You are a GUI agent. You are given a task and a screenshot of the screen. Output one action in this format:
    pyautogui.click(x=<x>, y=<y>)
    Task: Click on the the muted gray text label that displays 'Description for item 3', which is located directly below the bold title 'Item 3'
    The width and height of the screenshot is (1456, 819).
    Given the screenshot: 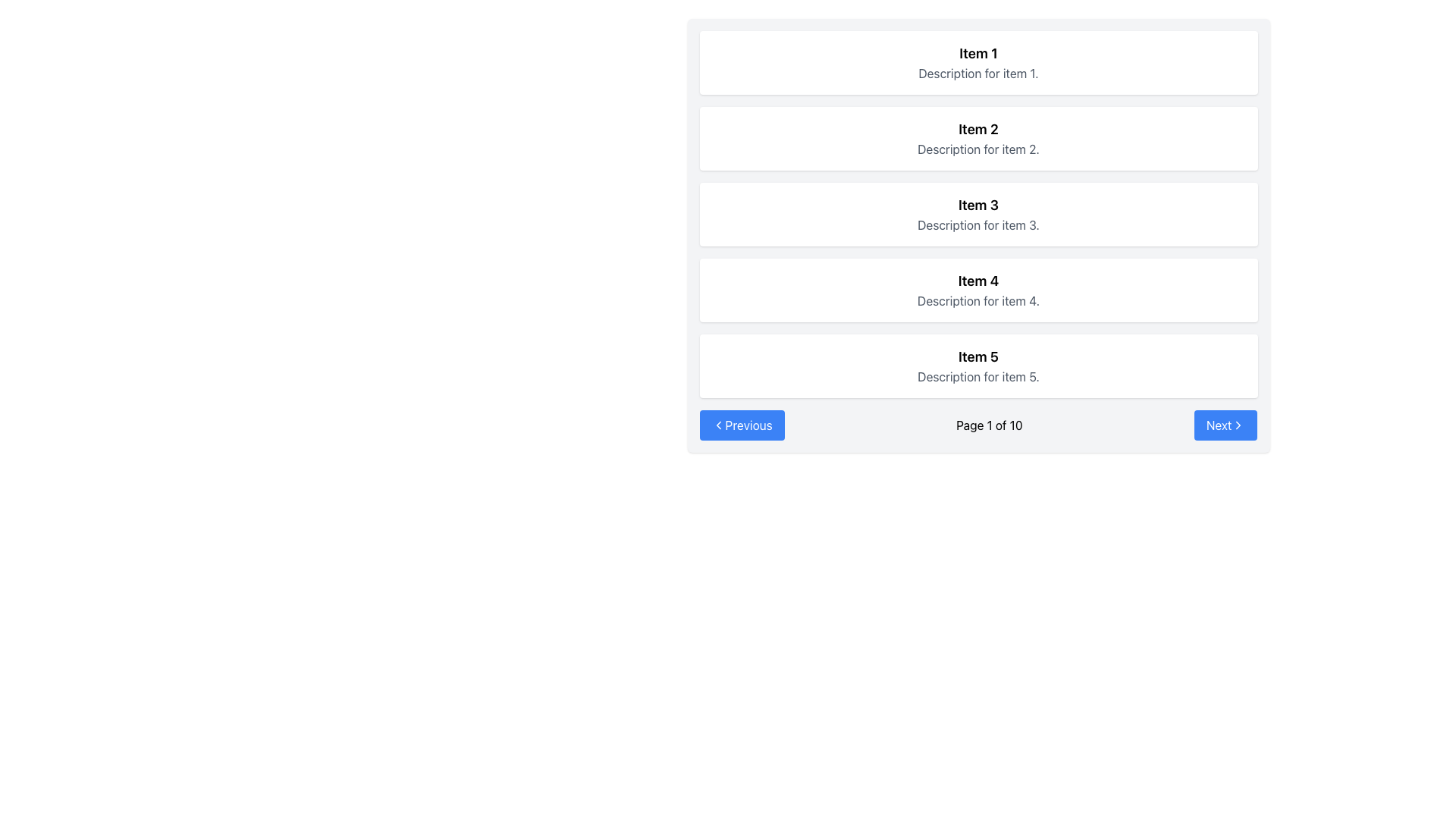 What is the action you would take?
    pyautogui.click(x=978, y=225)
    